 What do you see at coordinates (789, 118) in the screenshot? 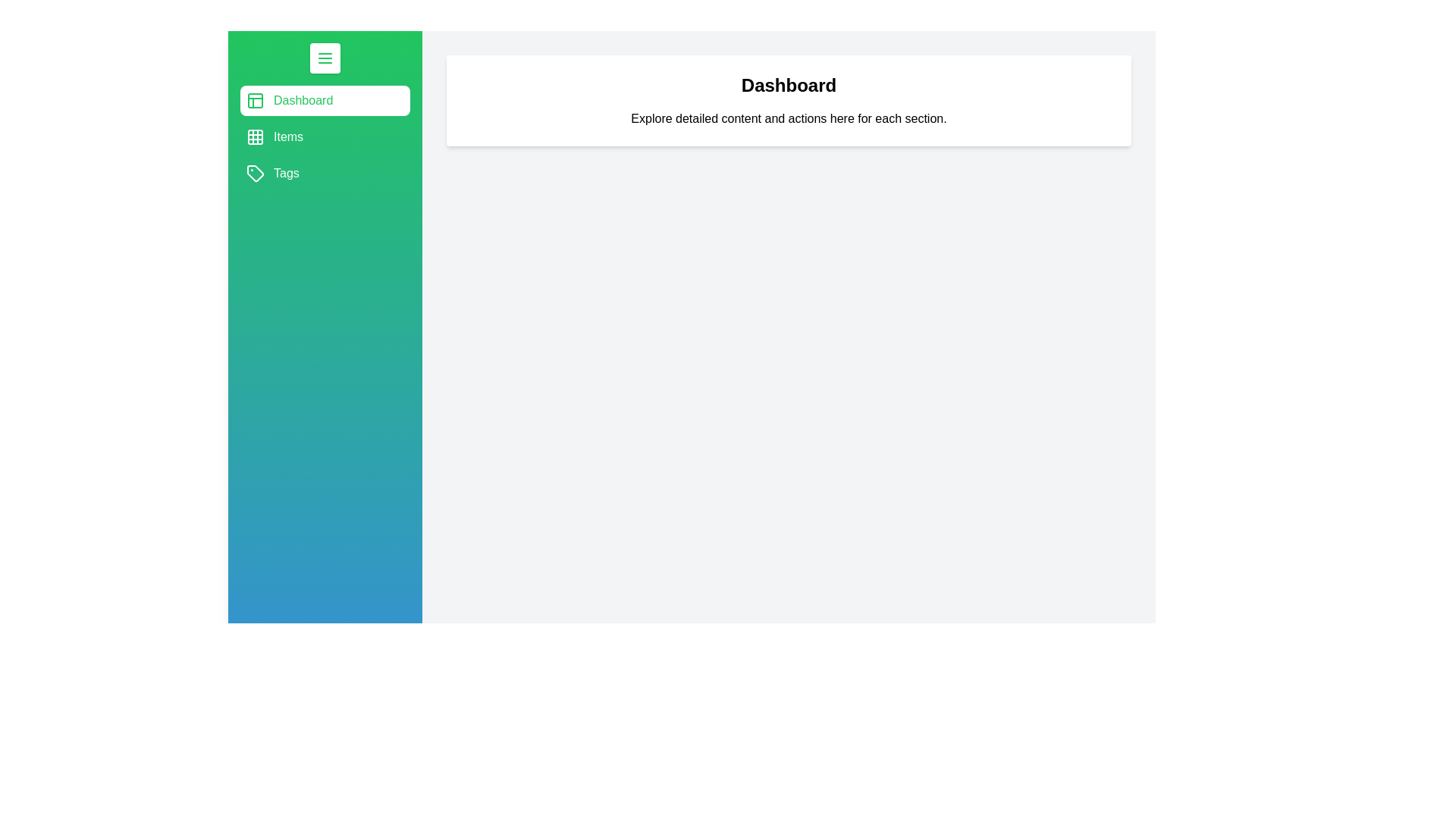
I see `the text 'Explore detailed content and actions here for each section.' in the main content area` at bounding box center [789, 118].